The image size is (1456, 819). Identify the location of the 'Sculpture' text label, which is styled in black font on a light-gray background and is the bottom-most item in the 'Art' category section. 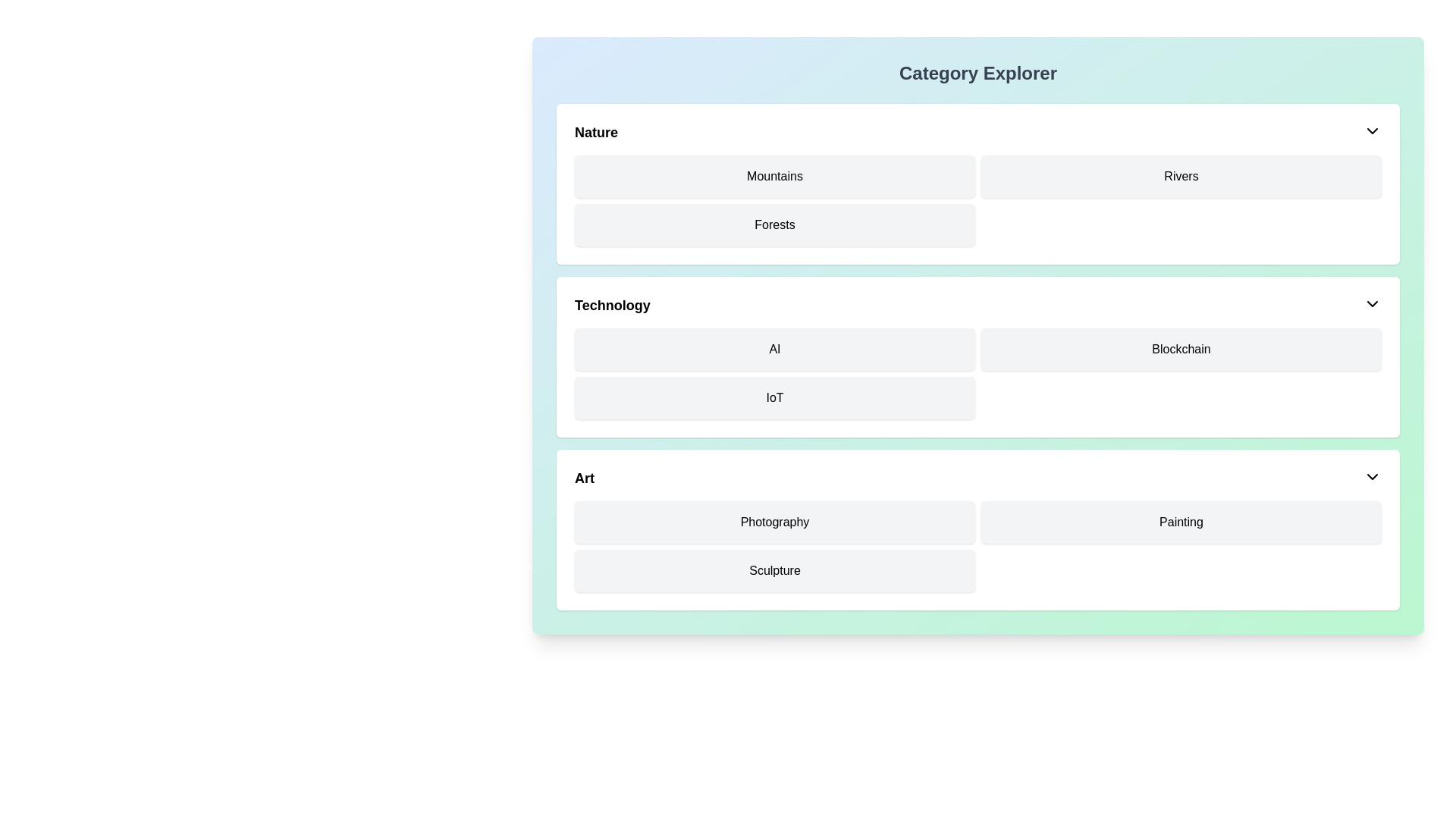
(775, 570).